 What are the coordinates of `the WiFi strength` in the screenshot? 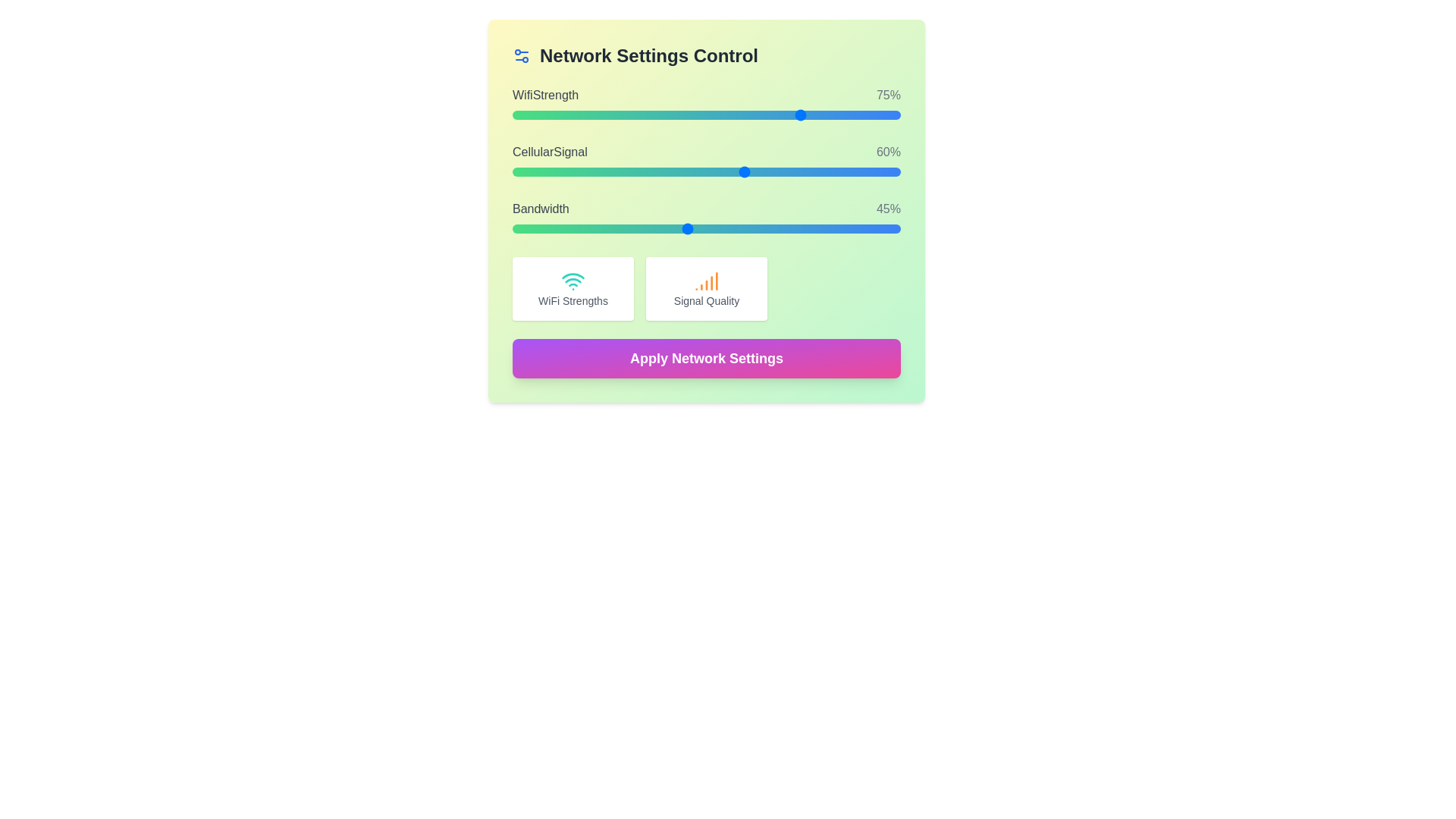 It's located at (733, 114).